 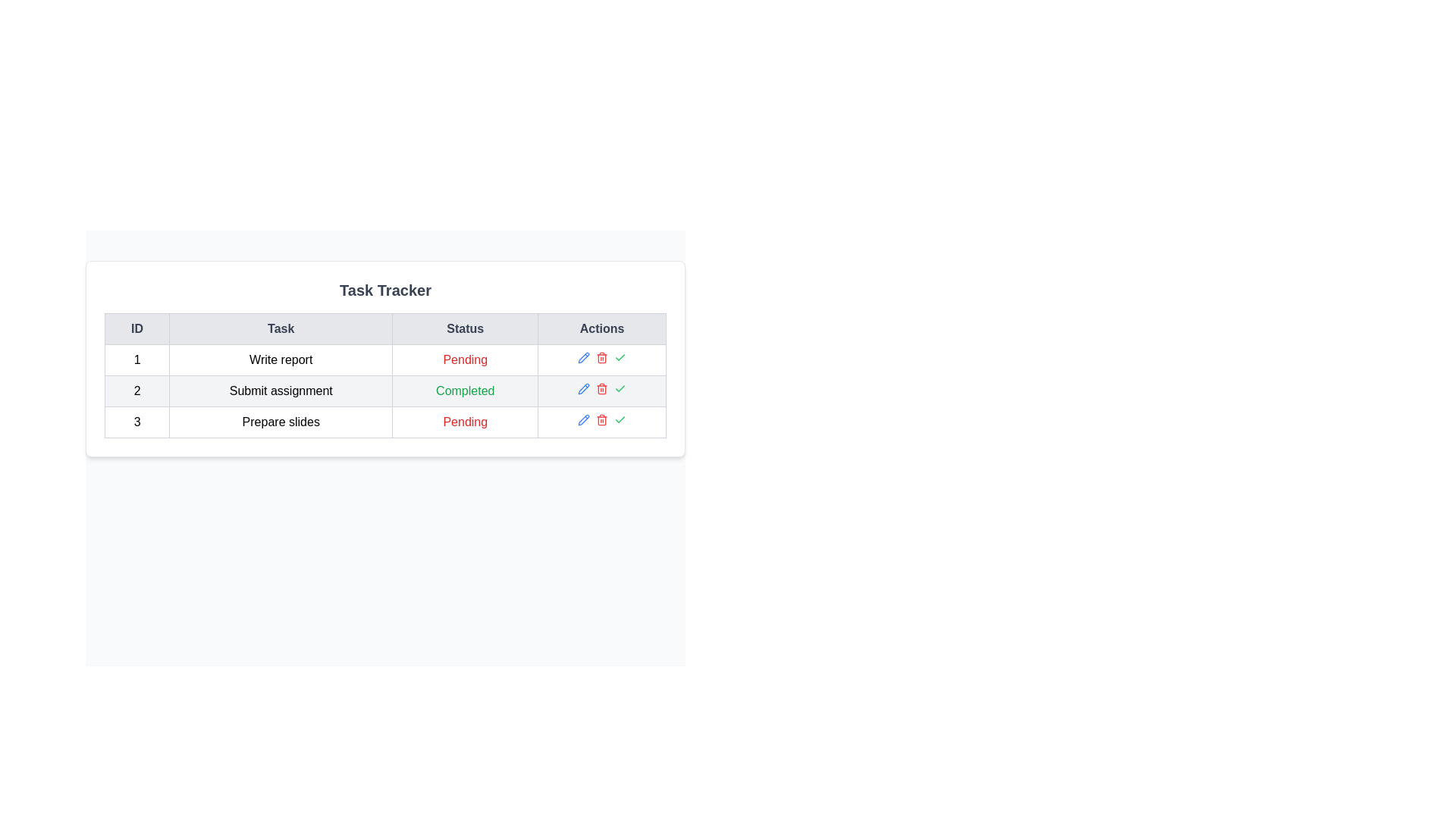 I want to click on the check icon for task with ID 3 to mark it as completed, so click(x=620, y=420).